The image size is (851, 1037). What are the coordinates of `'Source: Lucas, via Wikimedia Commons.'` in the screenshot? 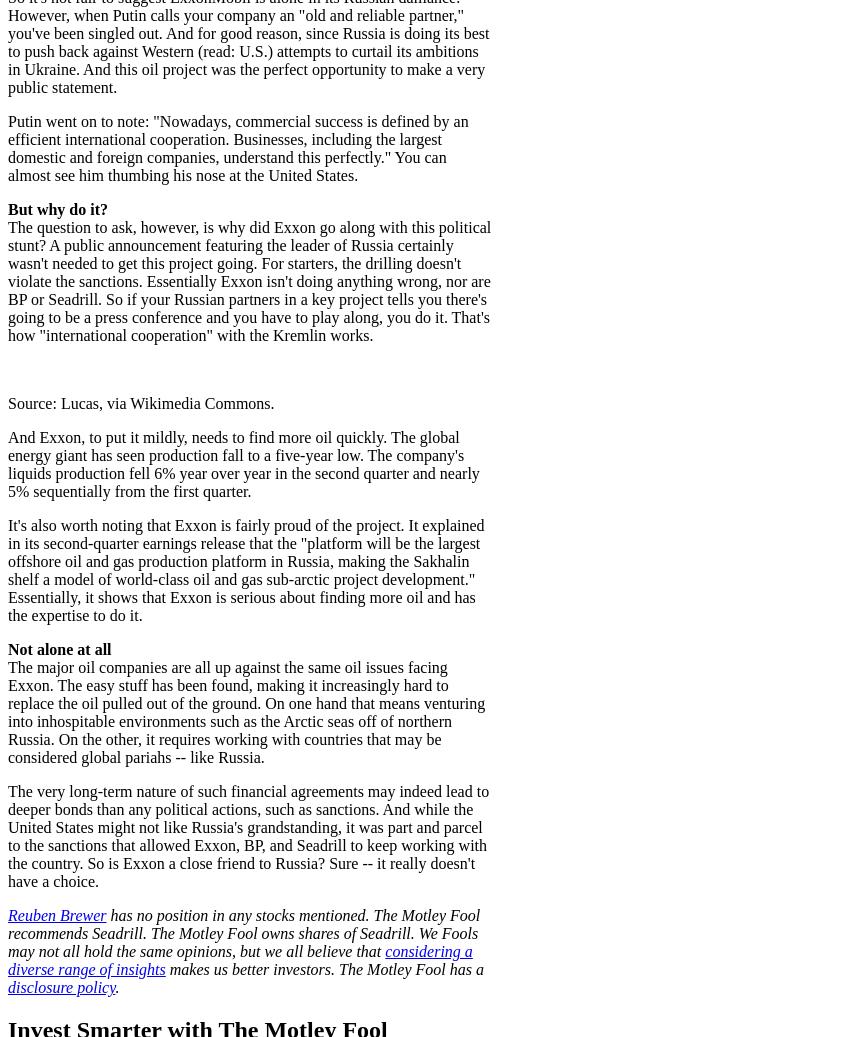 It's located at (141, 401).